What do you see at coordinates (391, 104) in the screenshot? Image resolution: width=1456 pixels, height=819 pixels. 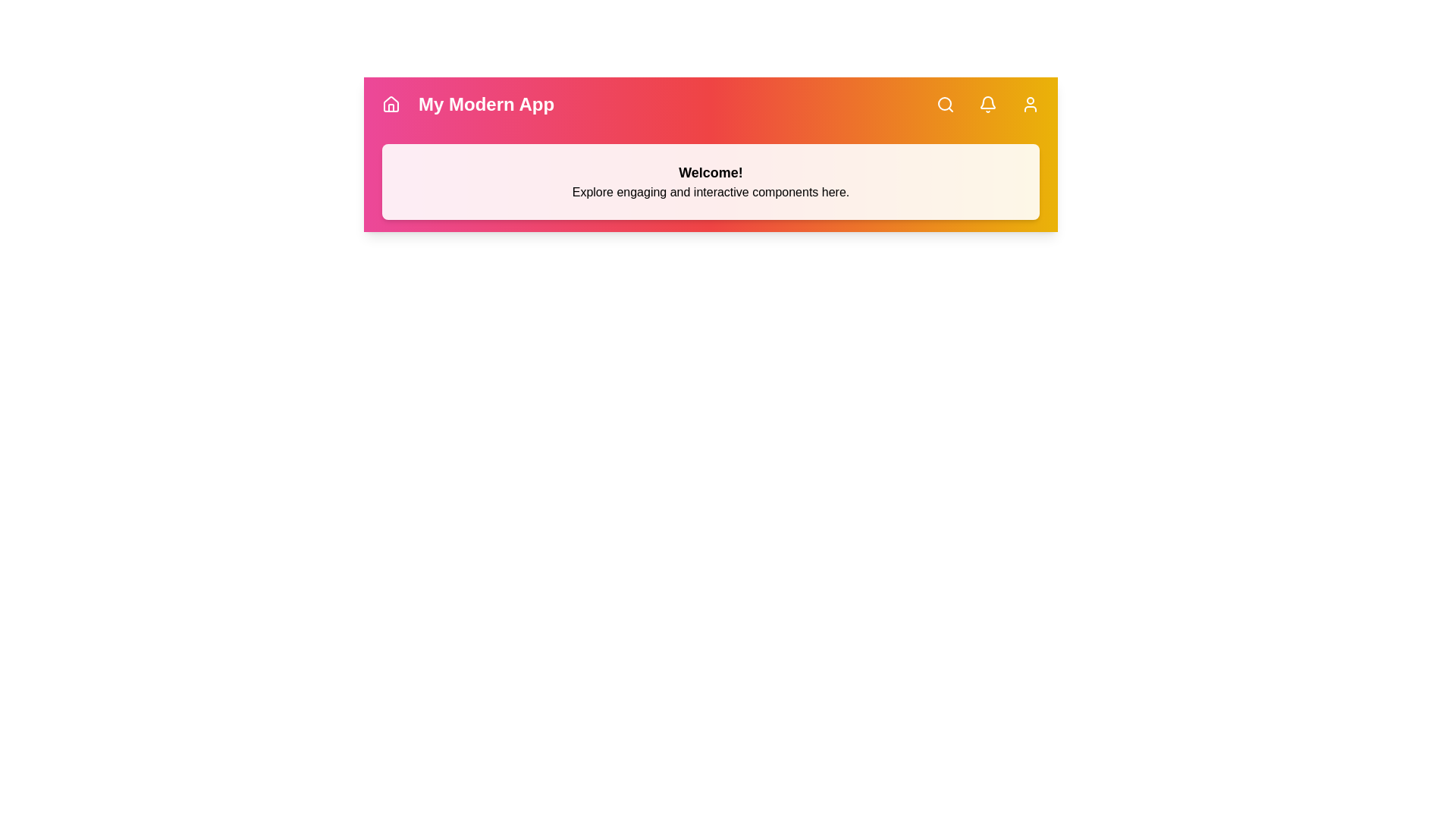 I see `the button labeled Home to observe visual feedback` at bounding box center [391, 104].